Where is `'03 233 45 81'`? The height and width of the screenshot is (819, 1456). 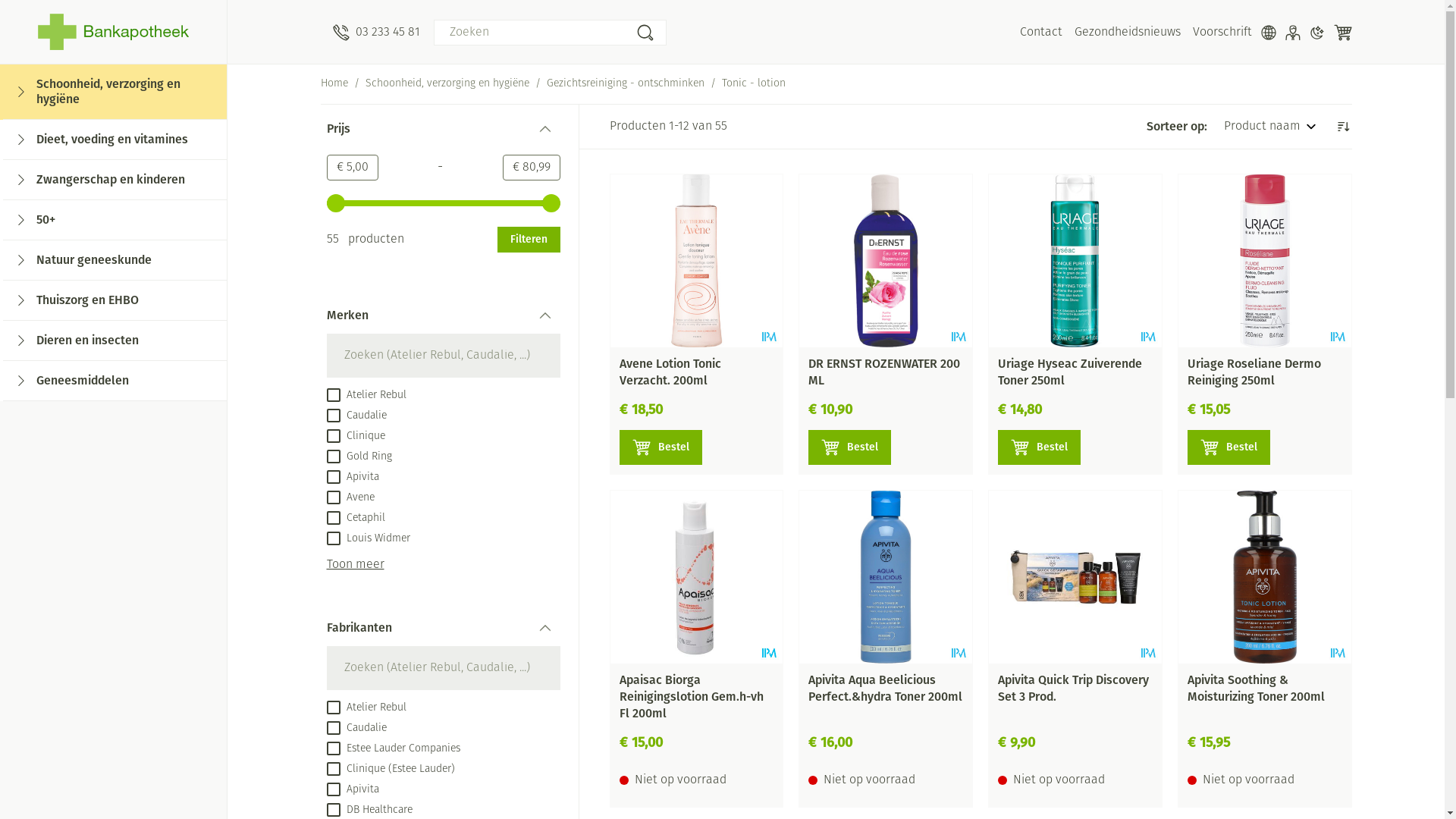 '03 233 45 81' is located at coordinates (331, 32).